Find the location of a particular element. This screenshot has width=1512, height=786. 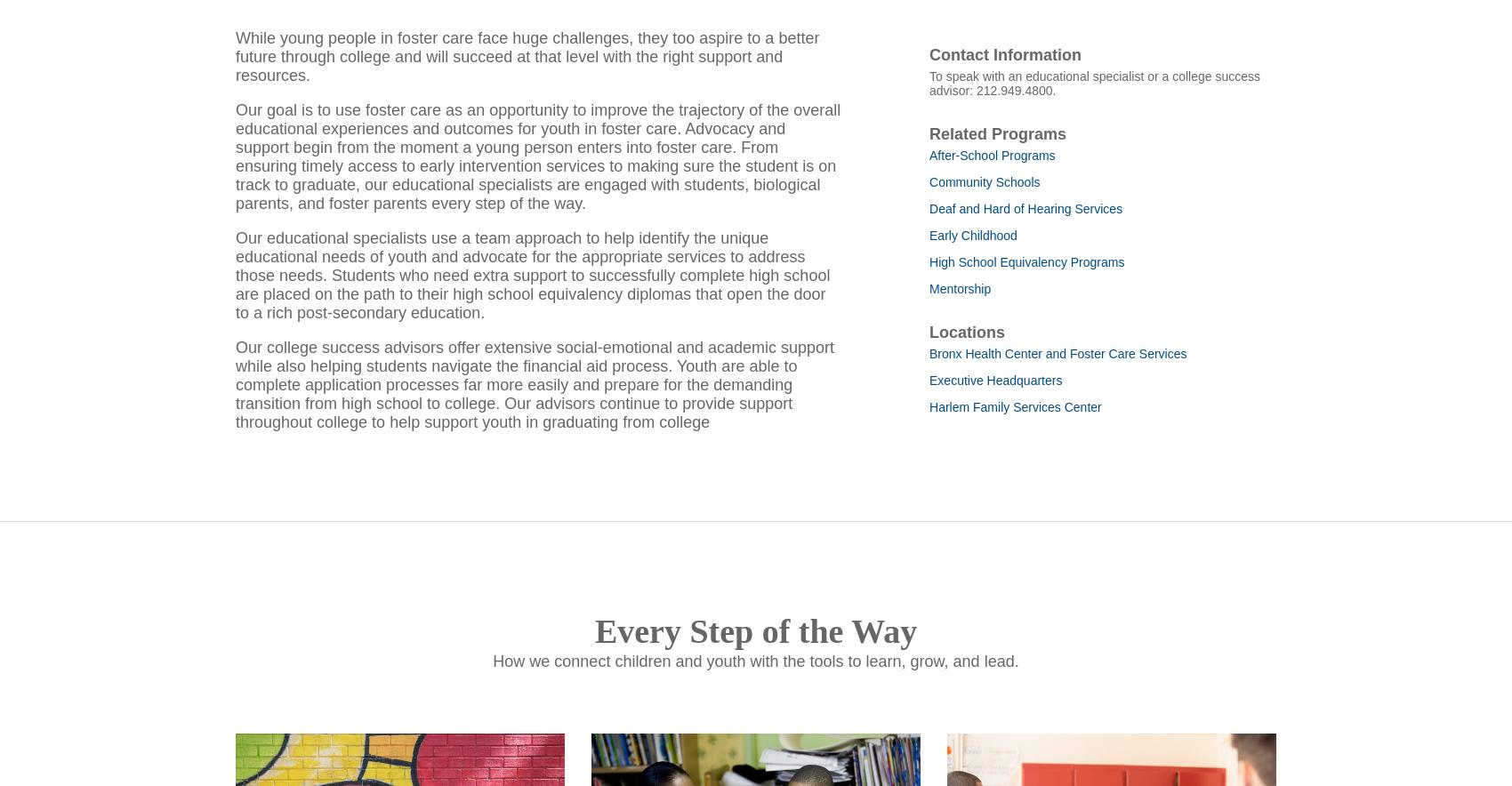

'Related Programs' is located at coordinates (998, 156).